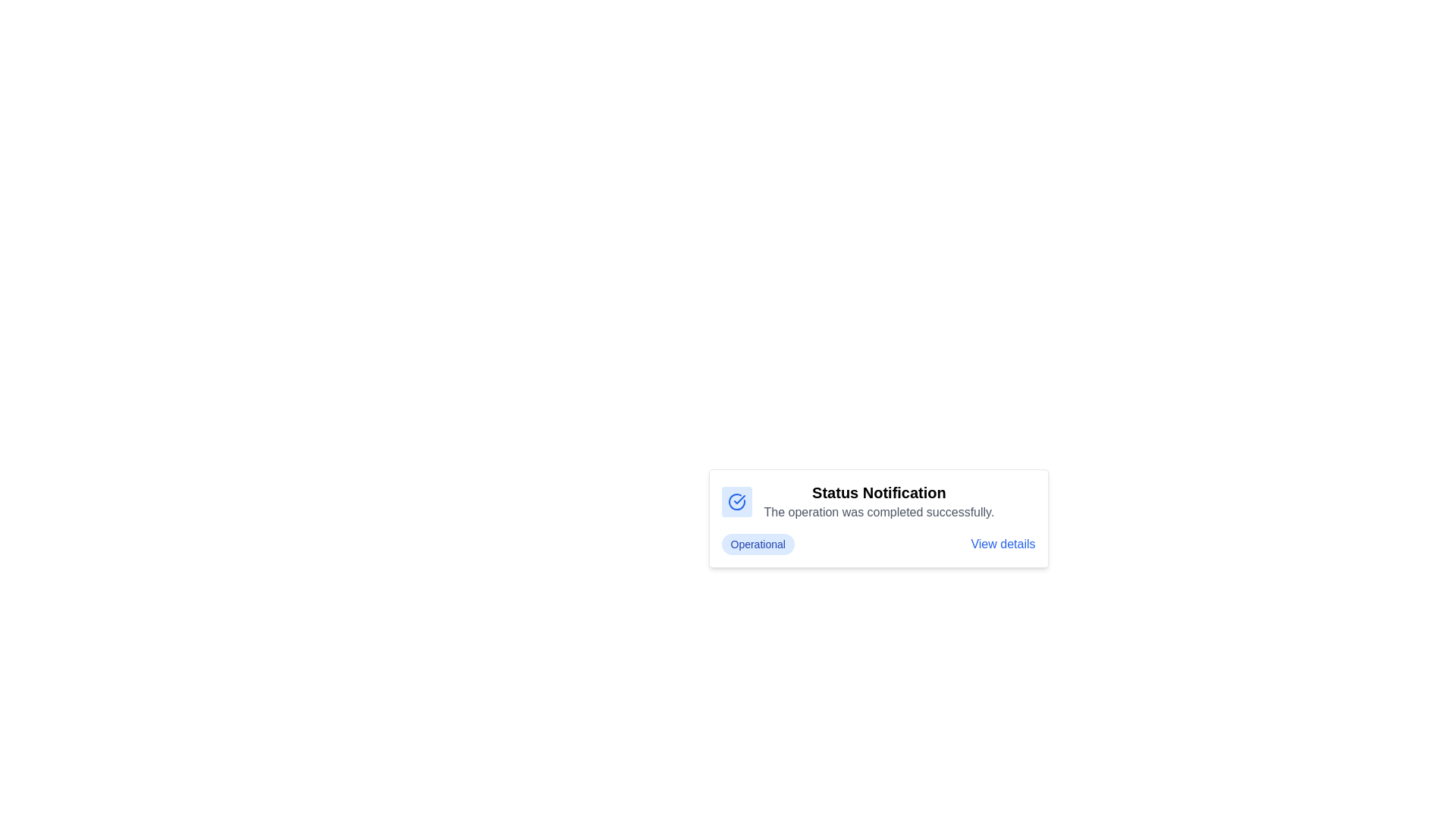  I want to click on the text element displaying 'The operation was completed successfully.' which is located beneath the 'Status Notification' heading, so click(879, 512).